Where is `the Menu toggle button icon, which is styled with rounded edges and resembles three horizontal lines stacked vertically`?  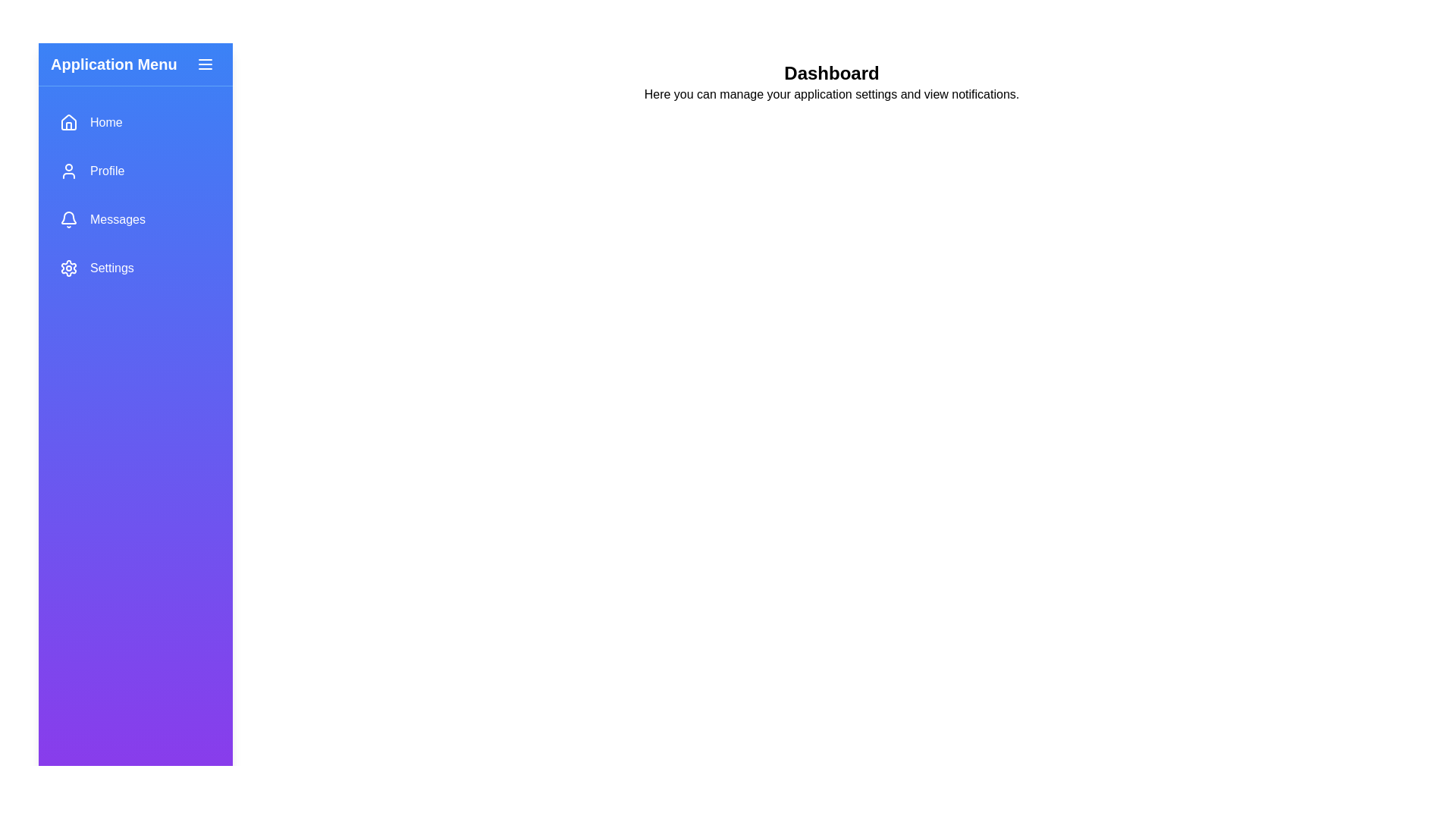 the Menu toggle button icon, which is styled with rounded edges and resembles three horizontal lines stacked vertically is located at coordinates (204, 63).